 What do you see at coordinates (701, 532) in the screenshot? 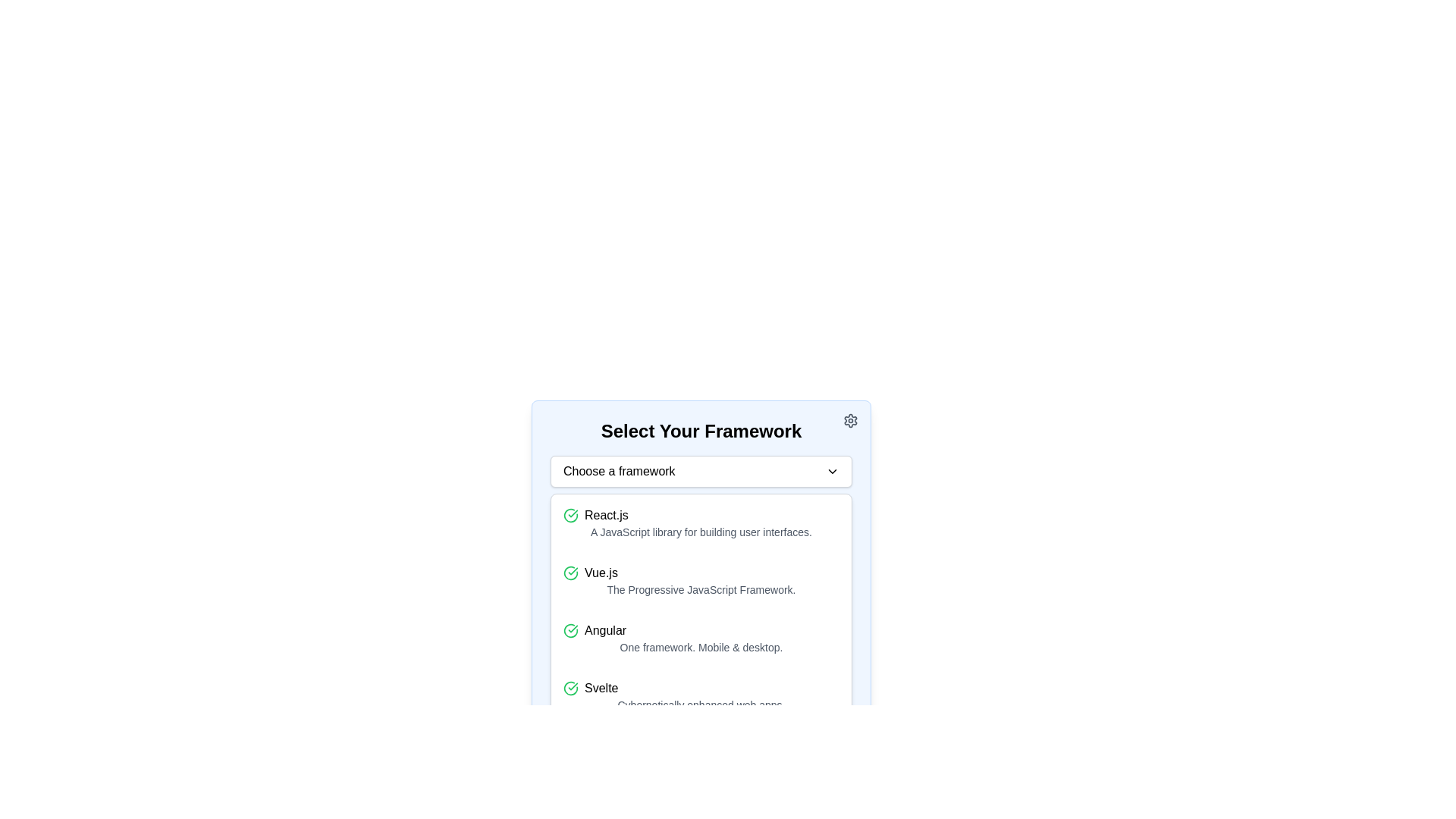
I see `descriptive text label about the React.js framework, which is located directly beneath the title 'React.js' in the 'Select Your Framework' section` at bounding box center [701, 532].